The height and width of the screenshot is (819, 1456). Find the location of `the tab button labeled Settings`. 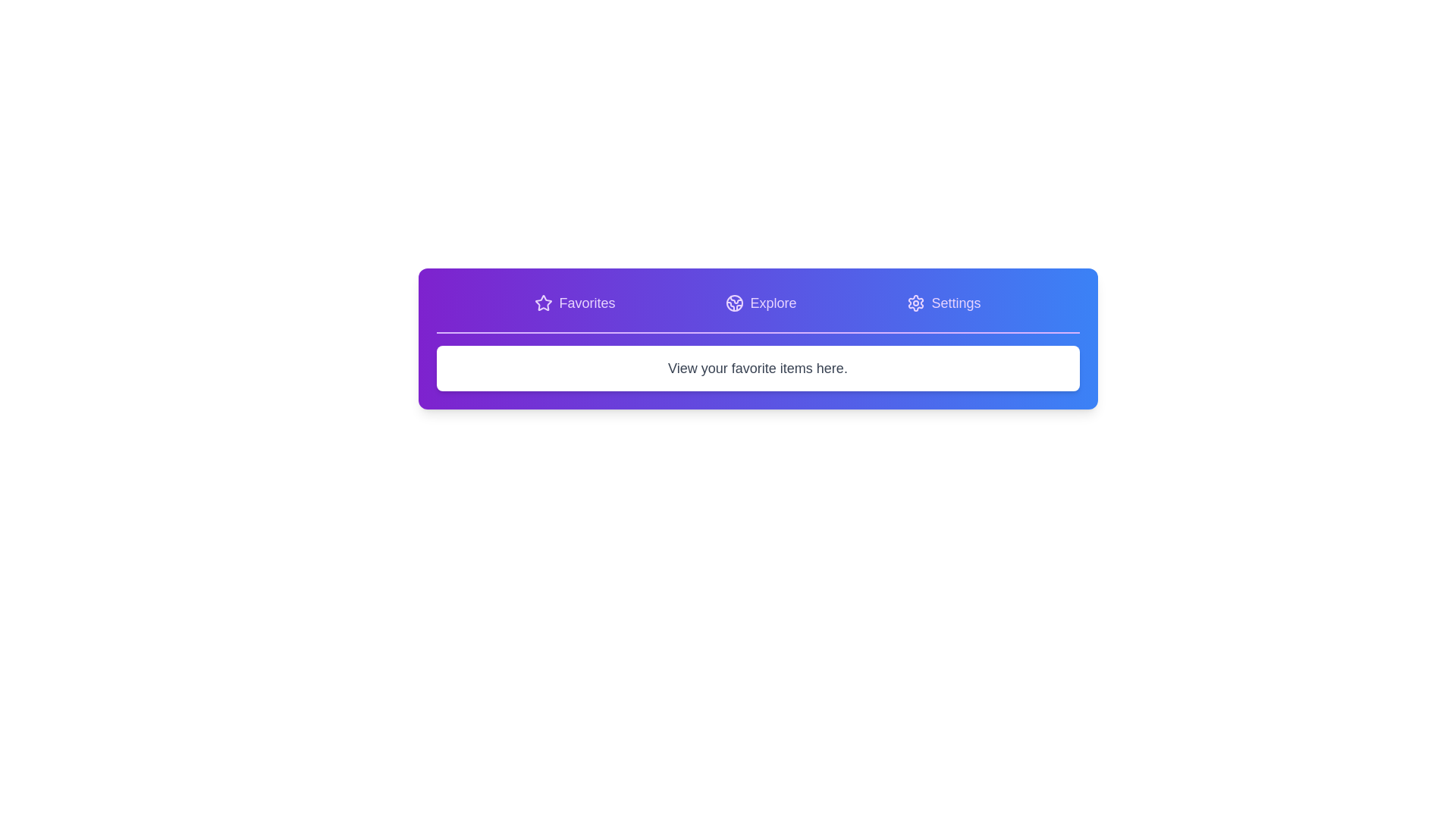

the tab button labeled Settings is located at coordinates (943, 303).